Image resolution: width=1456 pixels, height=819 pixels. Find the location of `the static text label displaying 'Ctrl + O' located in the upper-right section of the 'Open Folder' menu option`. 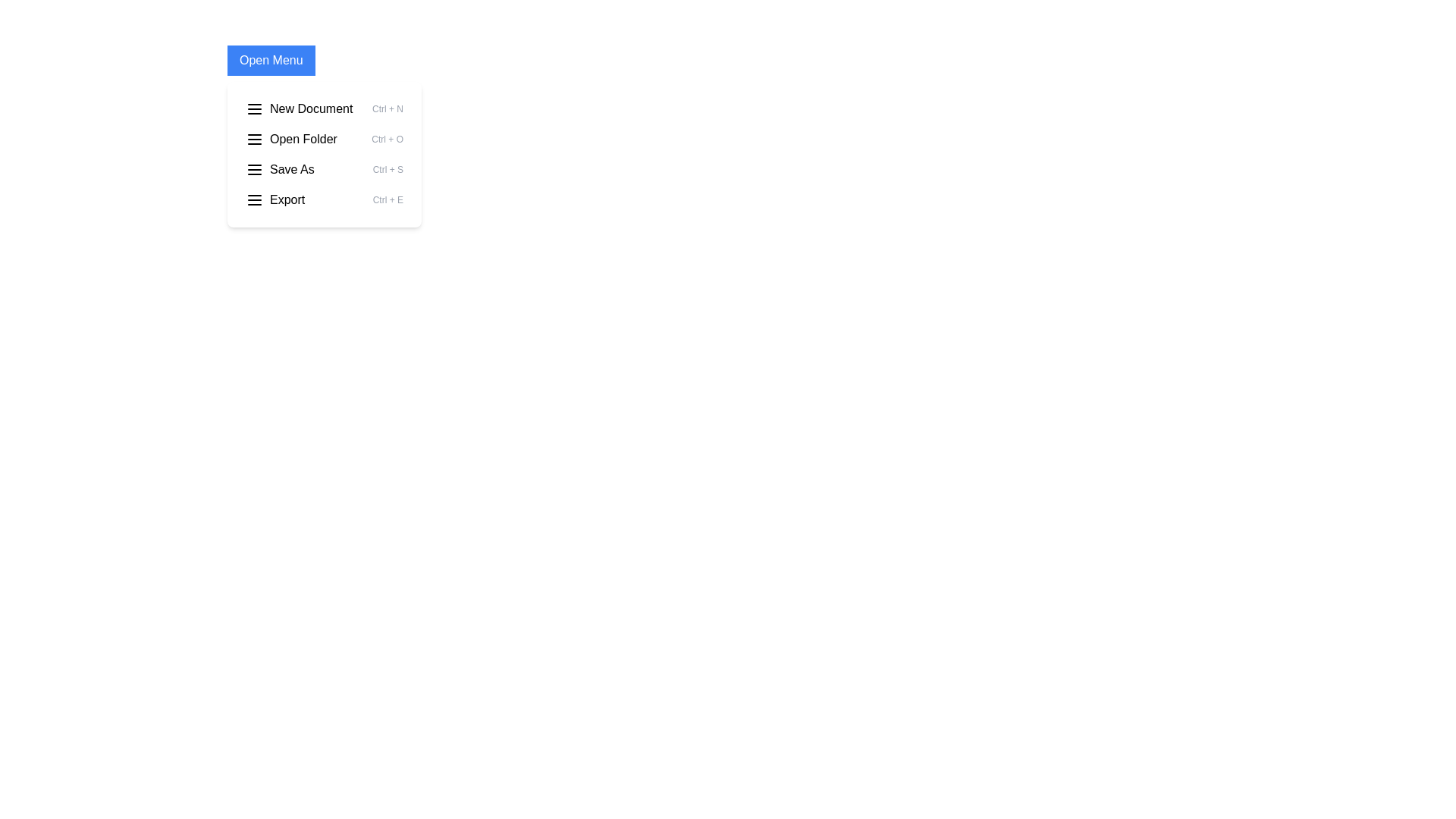

the static text label displaying 'Ctrl + O' located in the upper-right section of the 'Open Folder' menu option is located at coordinates (388, 140).